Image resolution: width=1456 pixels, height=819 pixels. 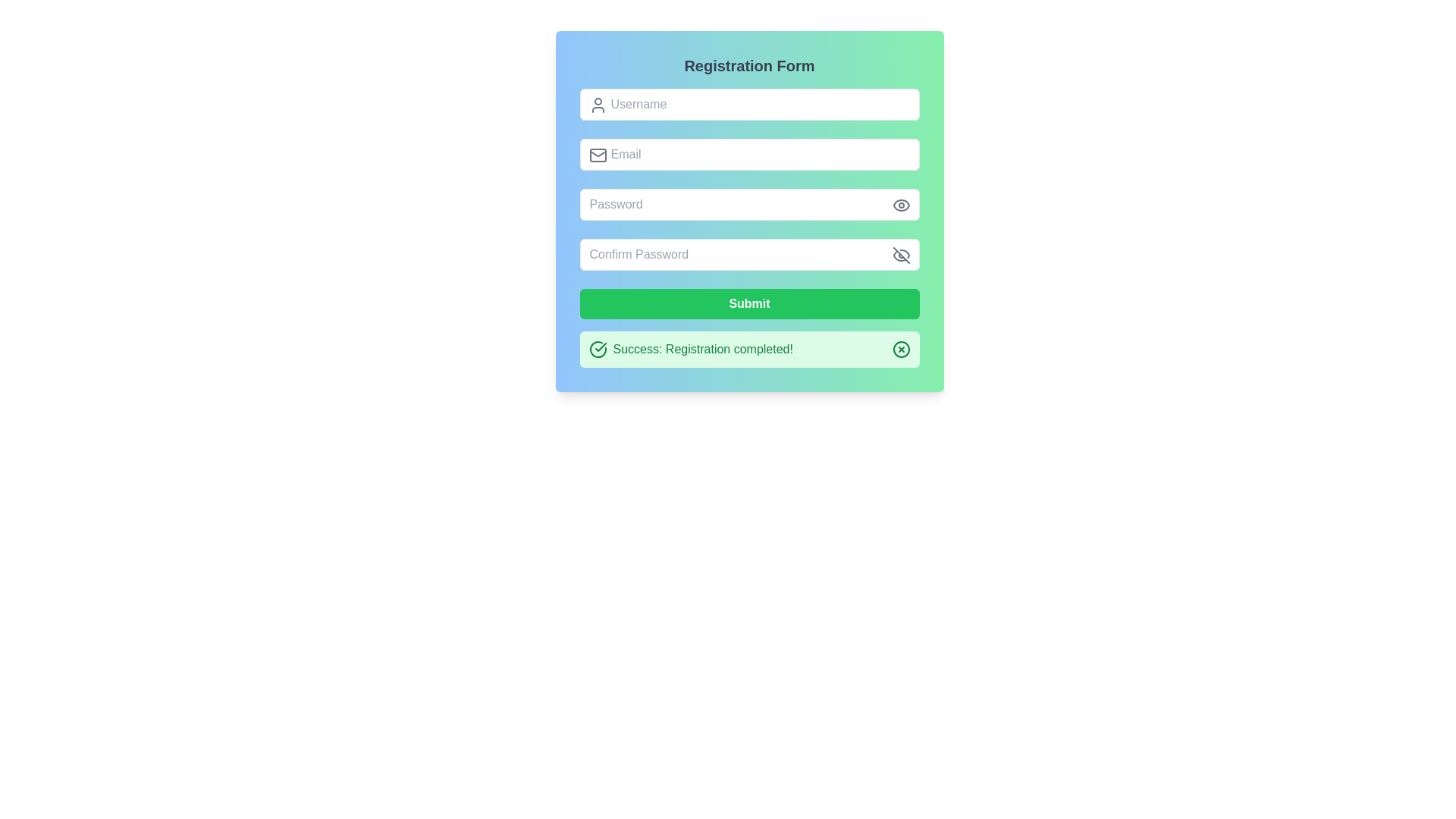 What do you see at coordinates (901, 254) in the screenshot?
I see `the eye icon with a slash through it, which is gray and located to the right of the password confirmation input field` at bounding box center [901, 254].